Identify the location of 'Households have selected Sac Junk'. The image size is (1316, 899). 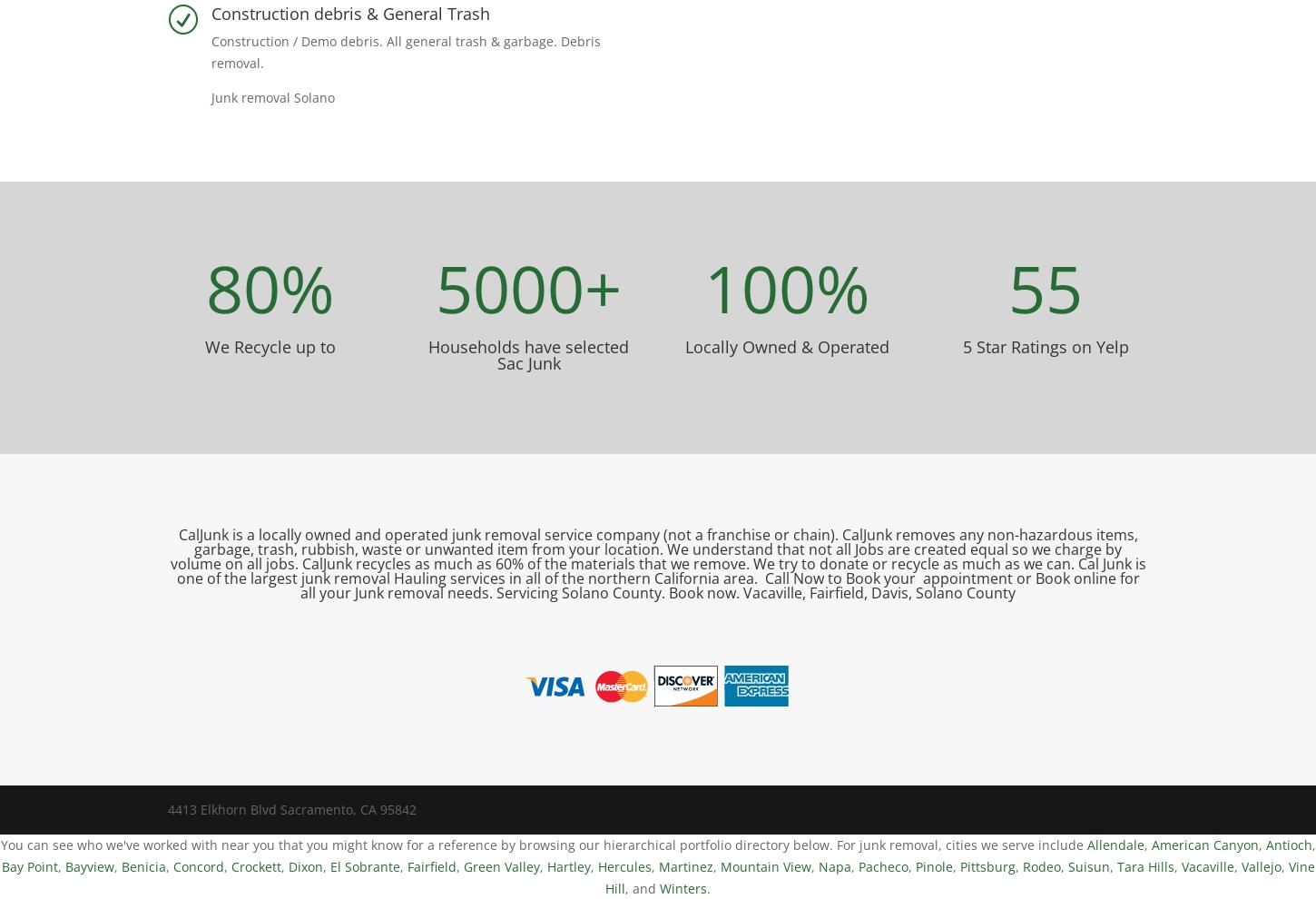
(528, 354).